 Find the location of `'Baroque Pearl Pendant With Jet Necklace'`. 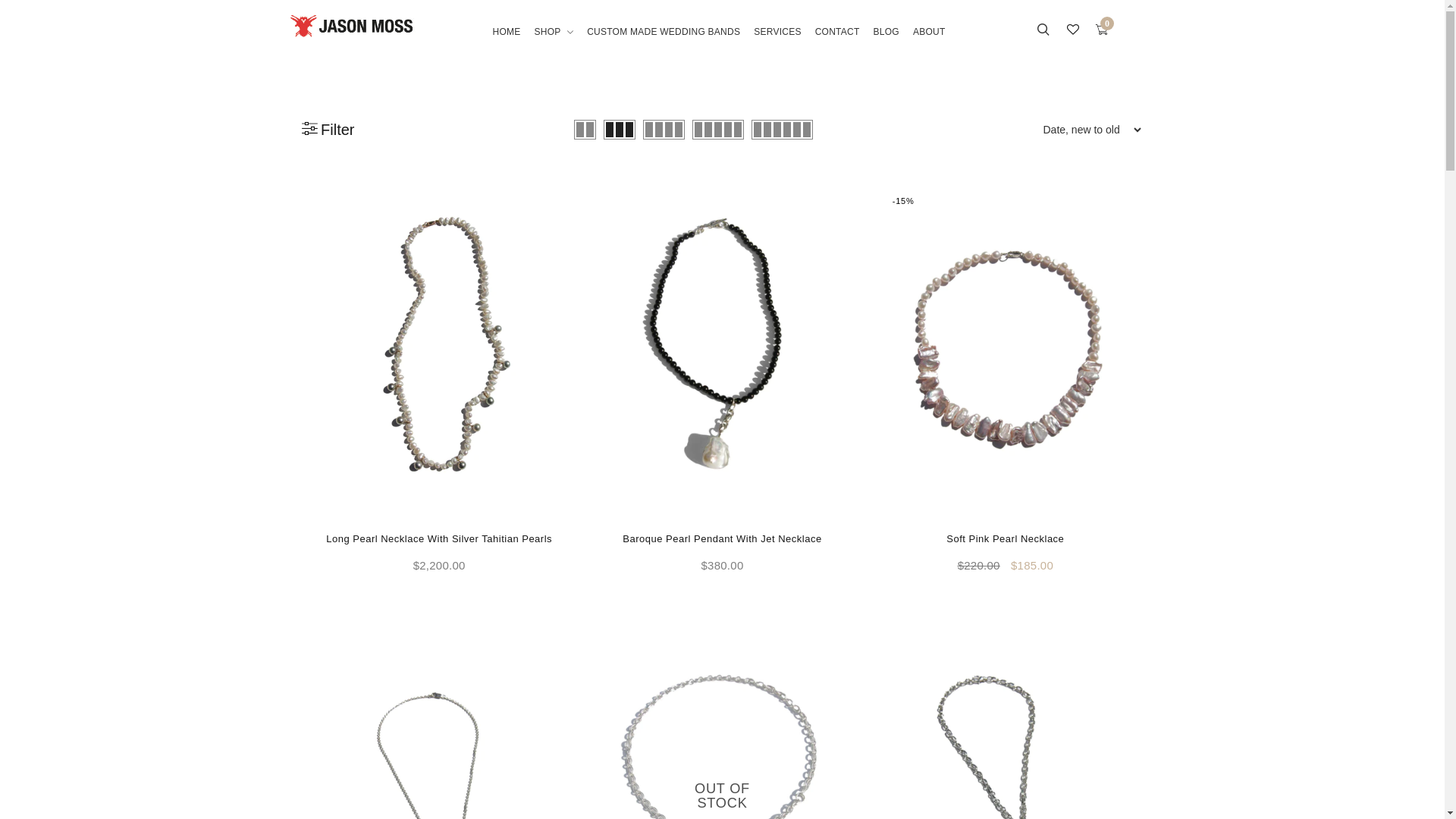

'Baroque Pearl Pendant With Jet Necklace' is located at coordinates (720, 538).